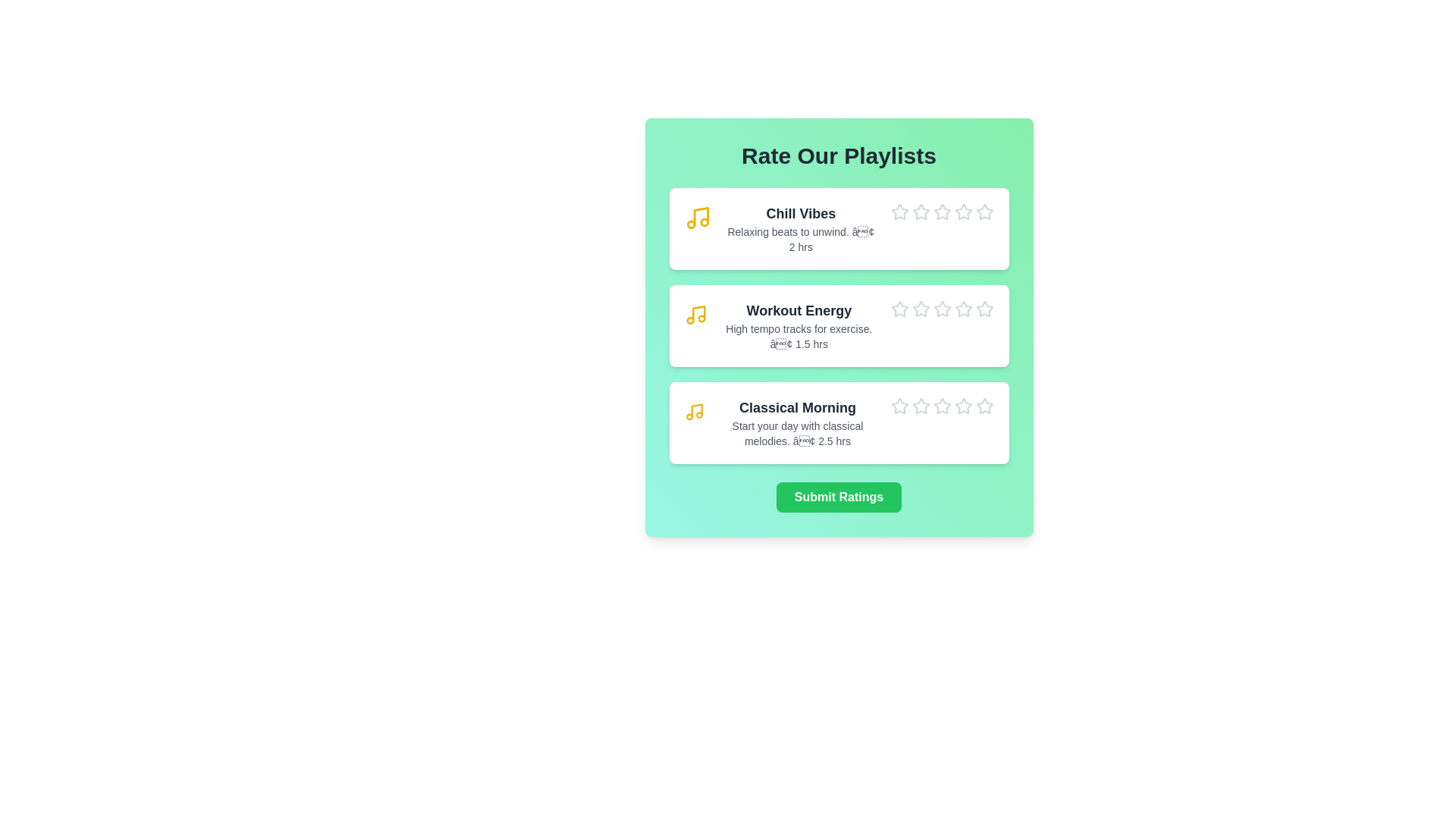 Image resolution: width=1456 pixels, height=819 pixels. I want to click on the star icon corresponding to 3 stars for the playlist Classical Morning, so click(932, 397).